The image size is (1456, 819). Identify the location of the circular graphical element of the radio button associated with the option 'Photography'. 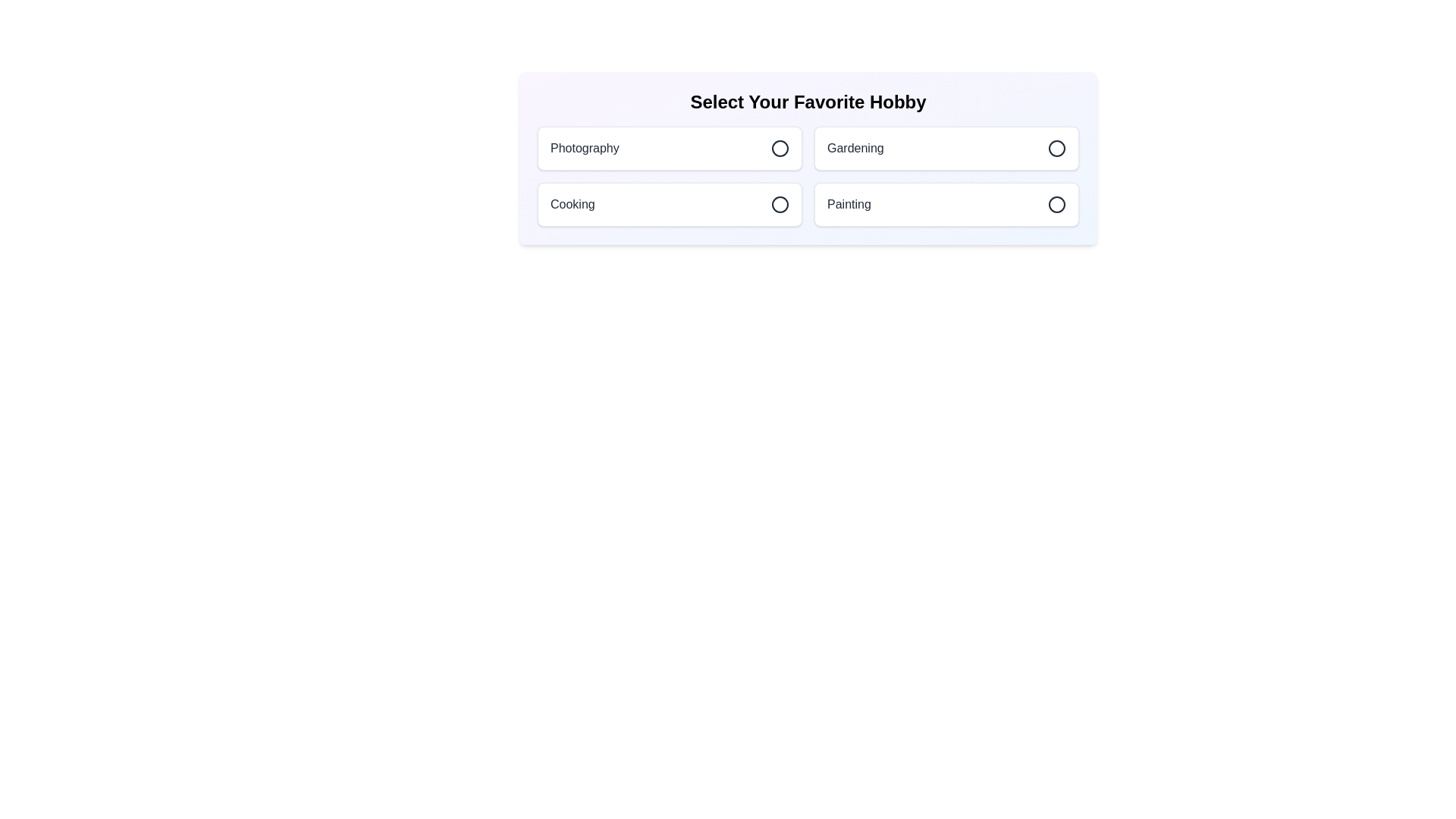
(780, 149).